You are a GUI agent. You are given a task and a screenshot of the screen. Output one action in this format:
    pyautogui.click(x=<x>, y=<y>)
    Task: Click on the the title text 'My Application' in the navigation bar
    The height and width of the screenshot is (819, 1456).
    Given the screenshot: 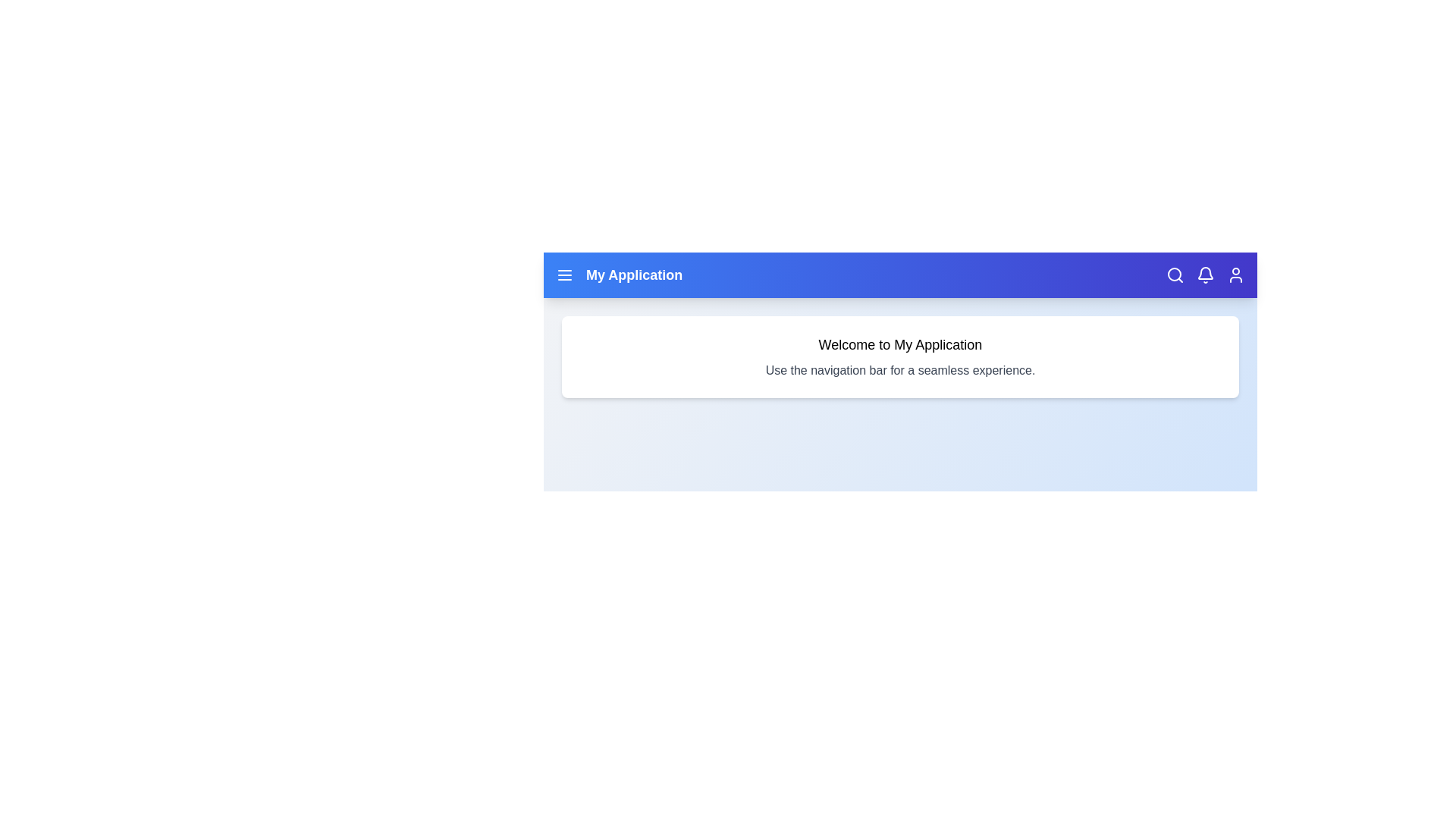 What is the action you would take?
    pyautogui.click(x=634, y=275)
    